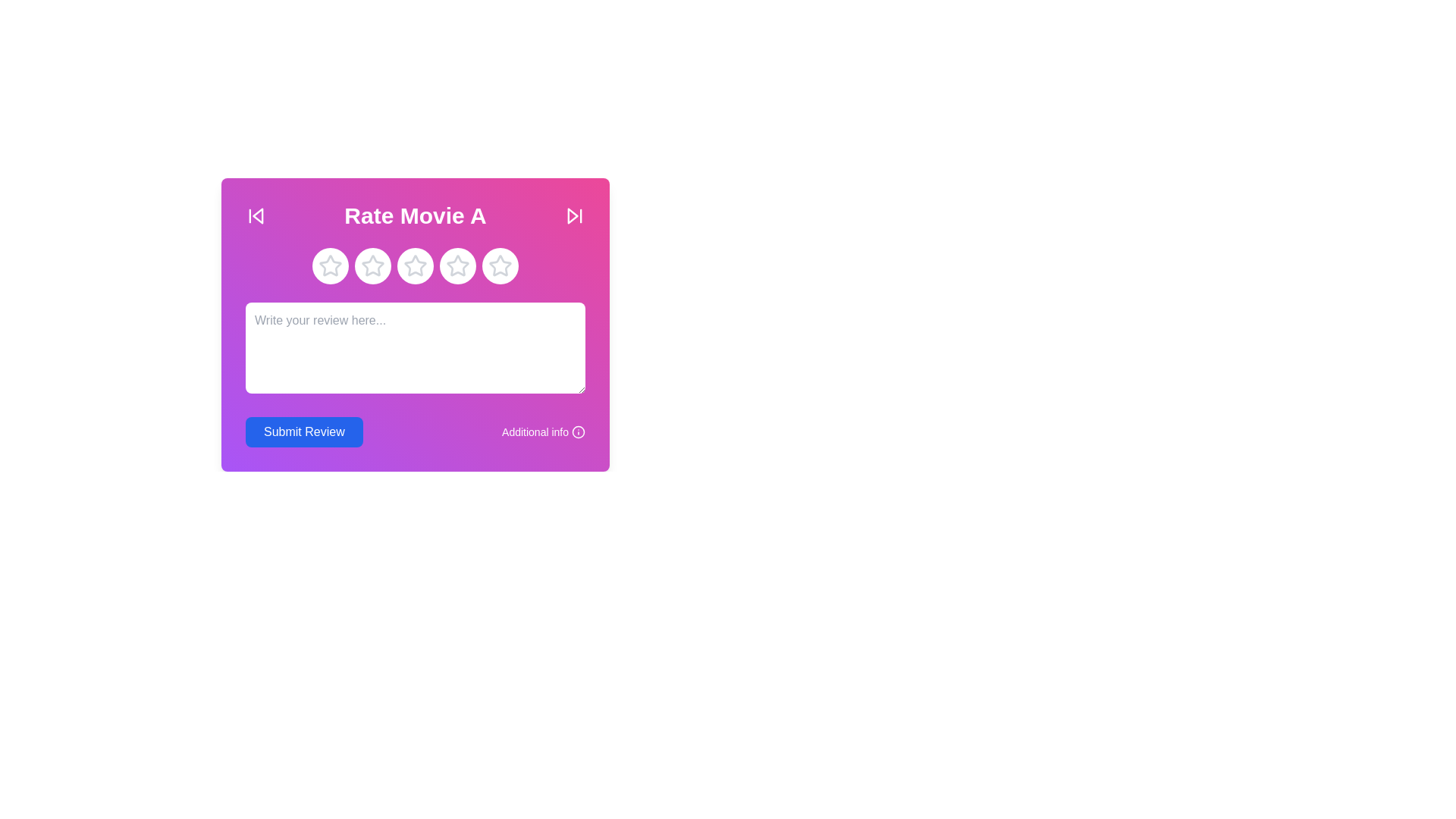 This screenshot has width=1456, height=819. Describe the element at coordinates (303, 432) in the screenshot. I see `the 'Submit Review' button, which is a rectangular button with a blue background and white text, located in the bottom-left corner of the modal` at that location.